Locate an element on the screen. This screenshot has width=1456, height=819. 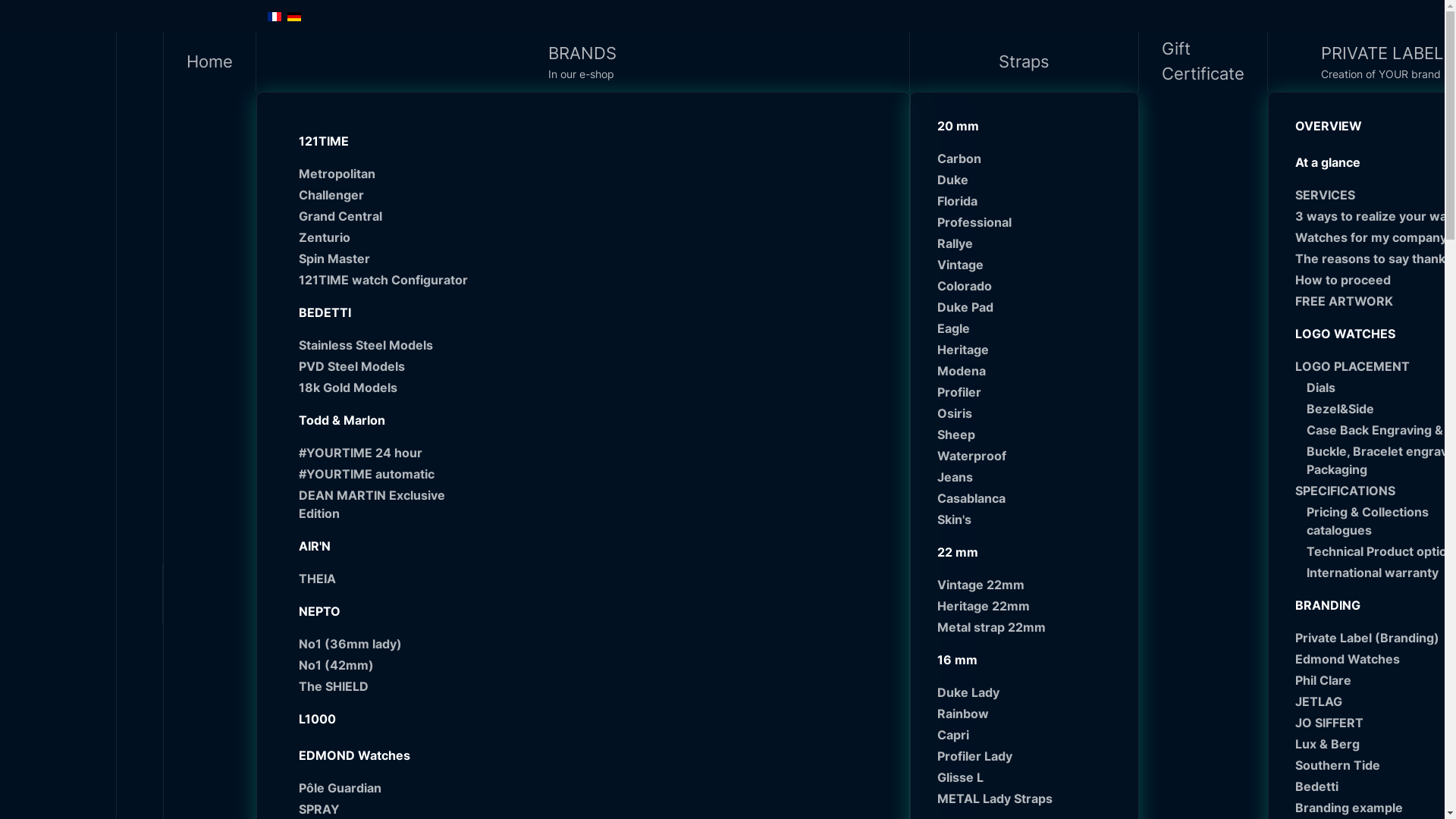
'PVD Steel Models' is located at coordinates (384, 366).